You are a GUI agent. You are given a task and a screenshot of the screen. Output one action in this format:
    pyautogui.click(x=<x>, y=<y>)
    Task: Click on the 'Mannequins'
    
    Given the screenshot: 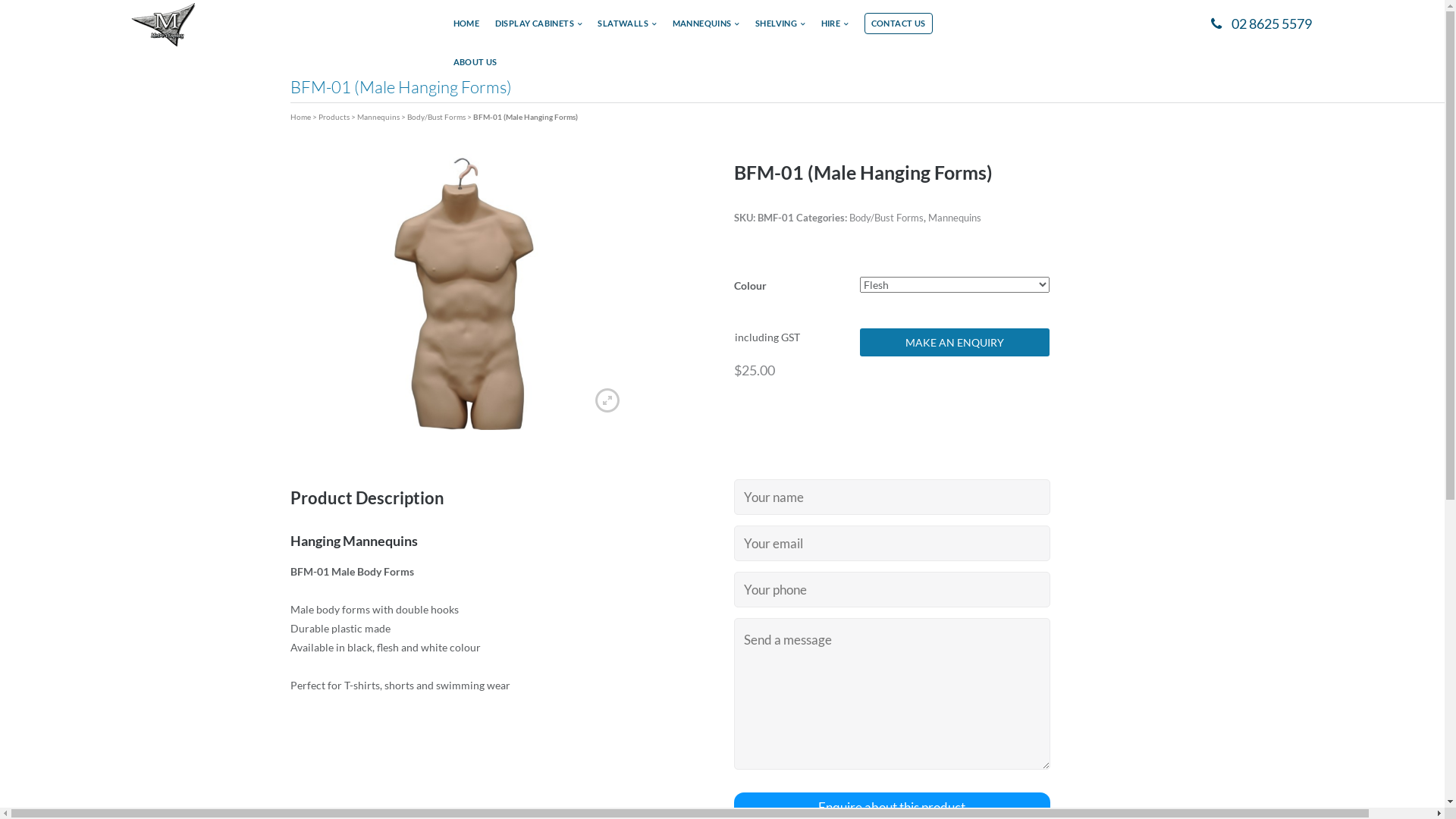 What is the action you would take?
    pyautogui.click(x=953, y=217)
    